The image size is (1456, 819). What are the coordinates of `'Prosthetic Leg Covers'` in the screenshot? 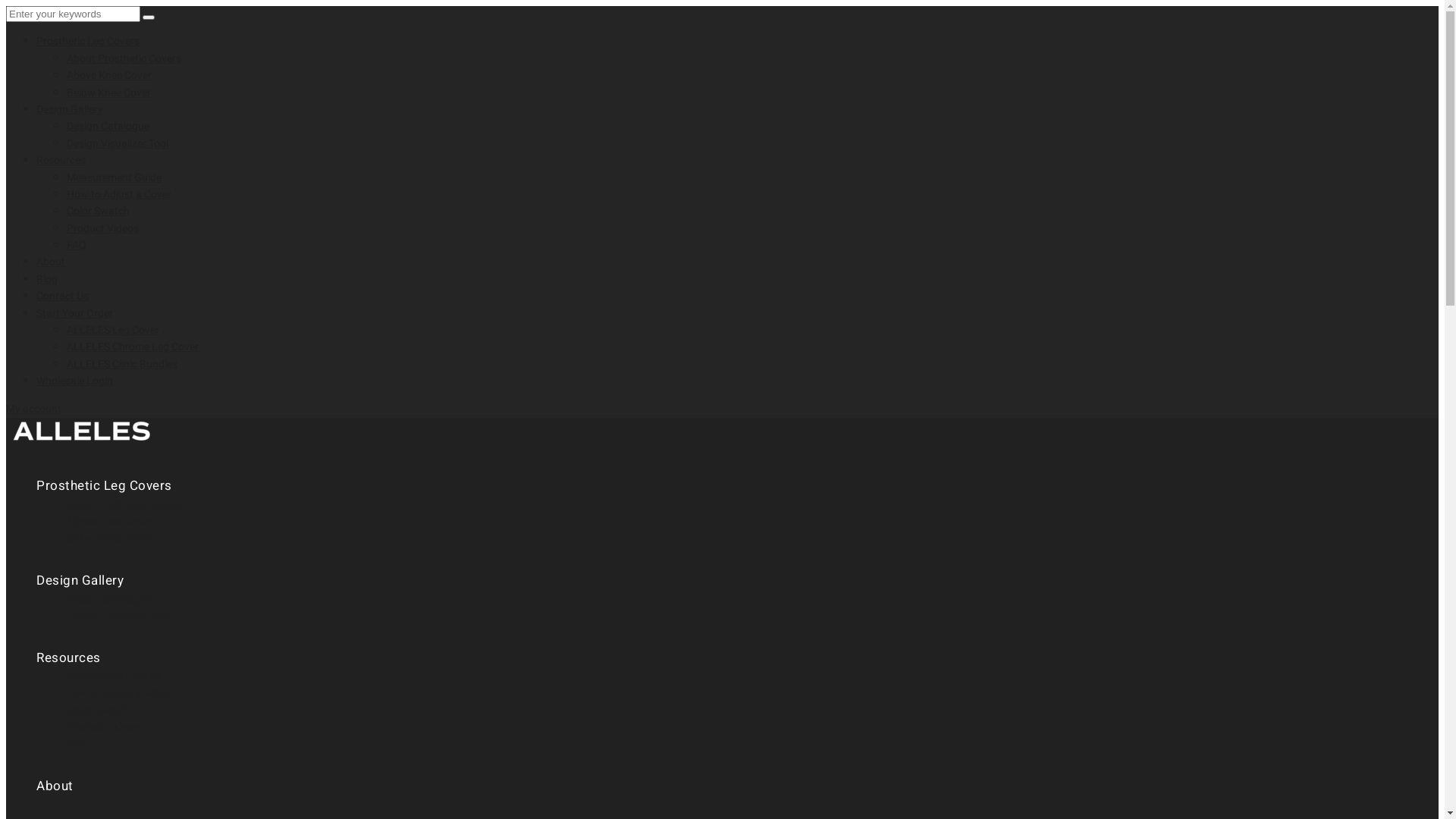 It's located at (86, 40).